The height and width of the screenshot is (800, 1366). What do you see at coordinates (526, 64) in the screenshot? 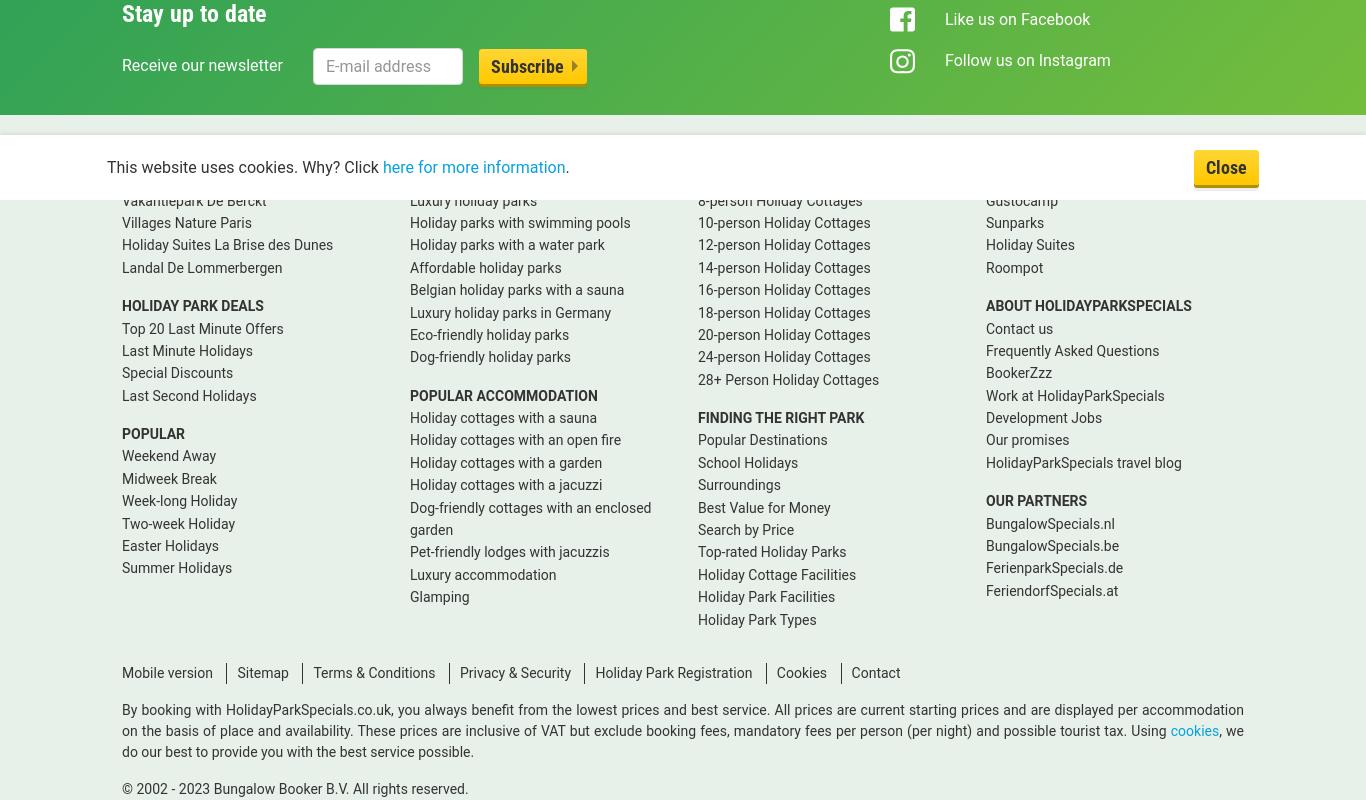
I see `'Subscribe'` at bounding box center [526, 64].